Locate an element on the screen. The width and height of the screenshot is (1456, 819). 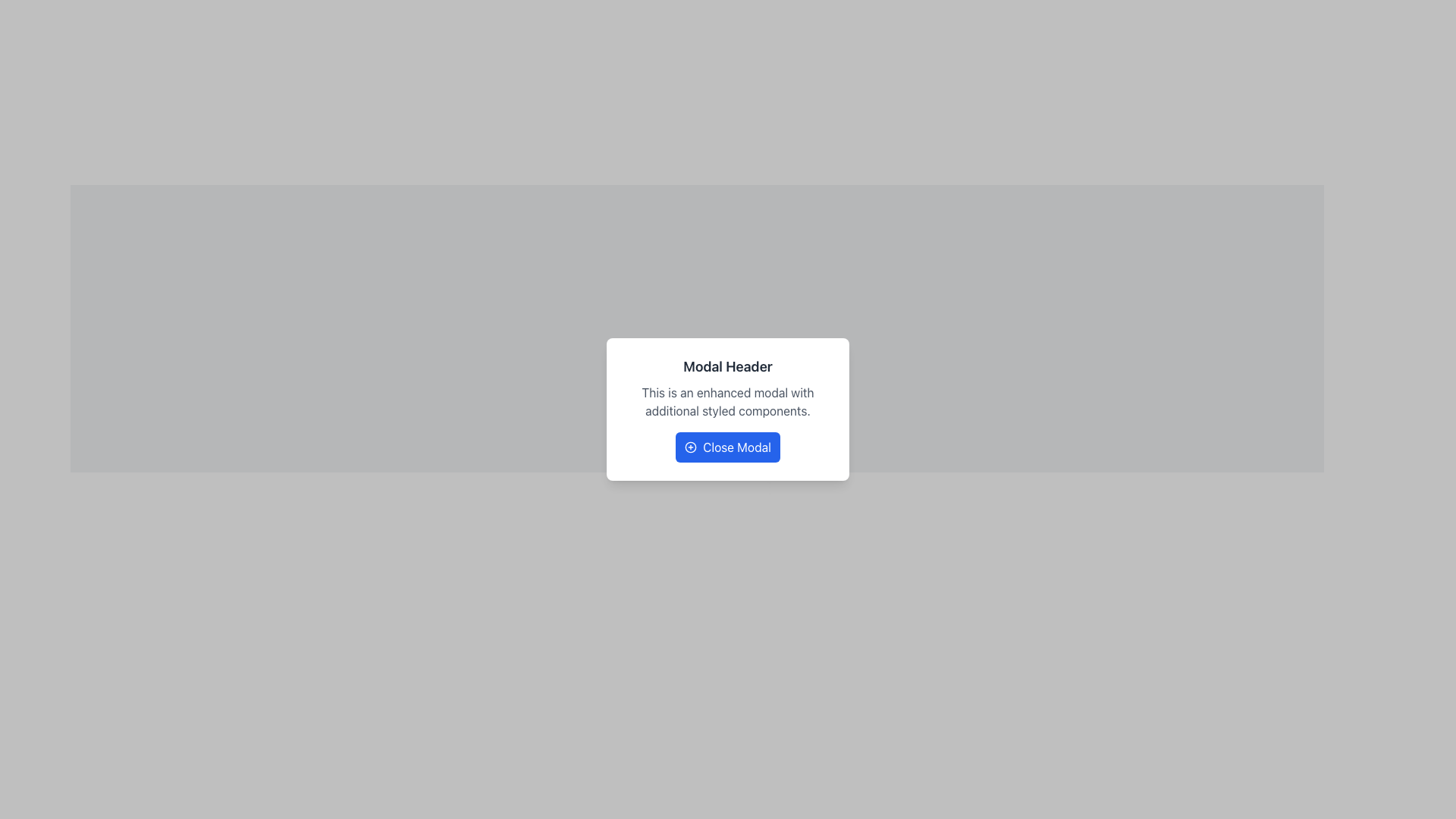
the blue circular icon with a white border, which is located within the 'Close Modal' button and is the leftmost visual icon is located at coordinates (690, 447).